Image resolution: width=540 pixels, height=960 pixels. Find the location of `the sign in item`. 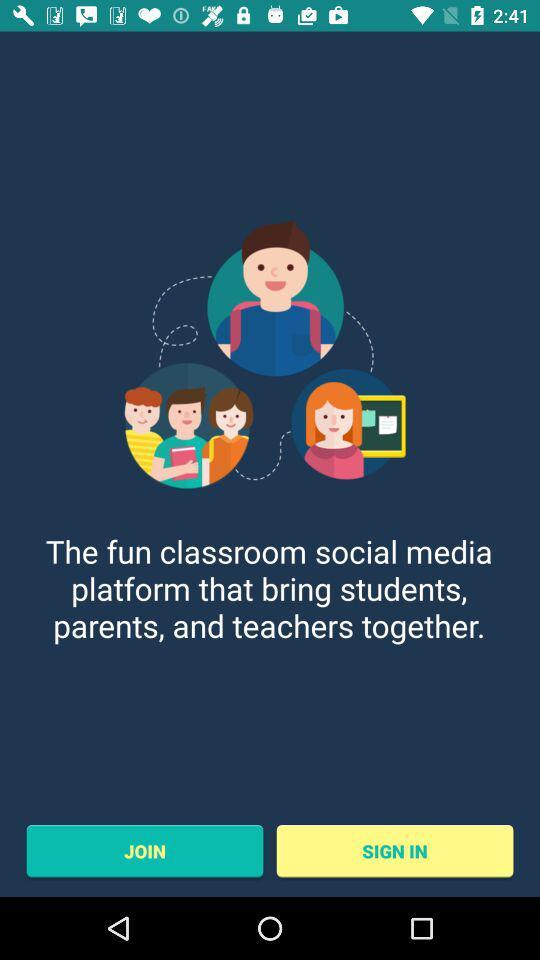

the sign in item is located at coordinates (395, 850).